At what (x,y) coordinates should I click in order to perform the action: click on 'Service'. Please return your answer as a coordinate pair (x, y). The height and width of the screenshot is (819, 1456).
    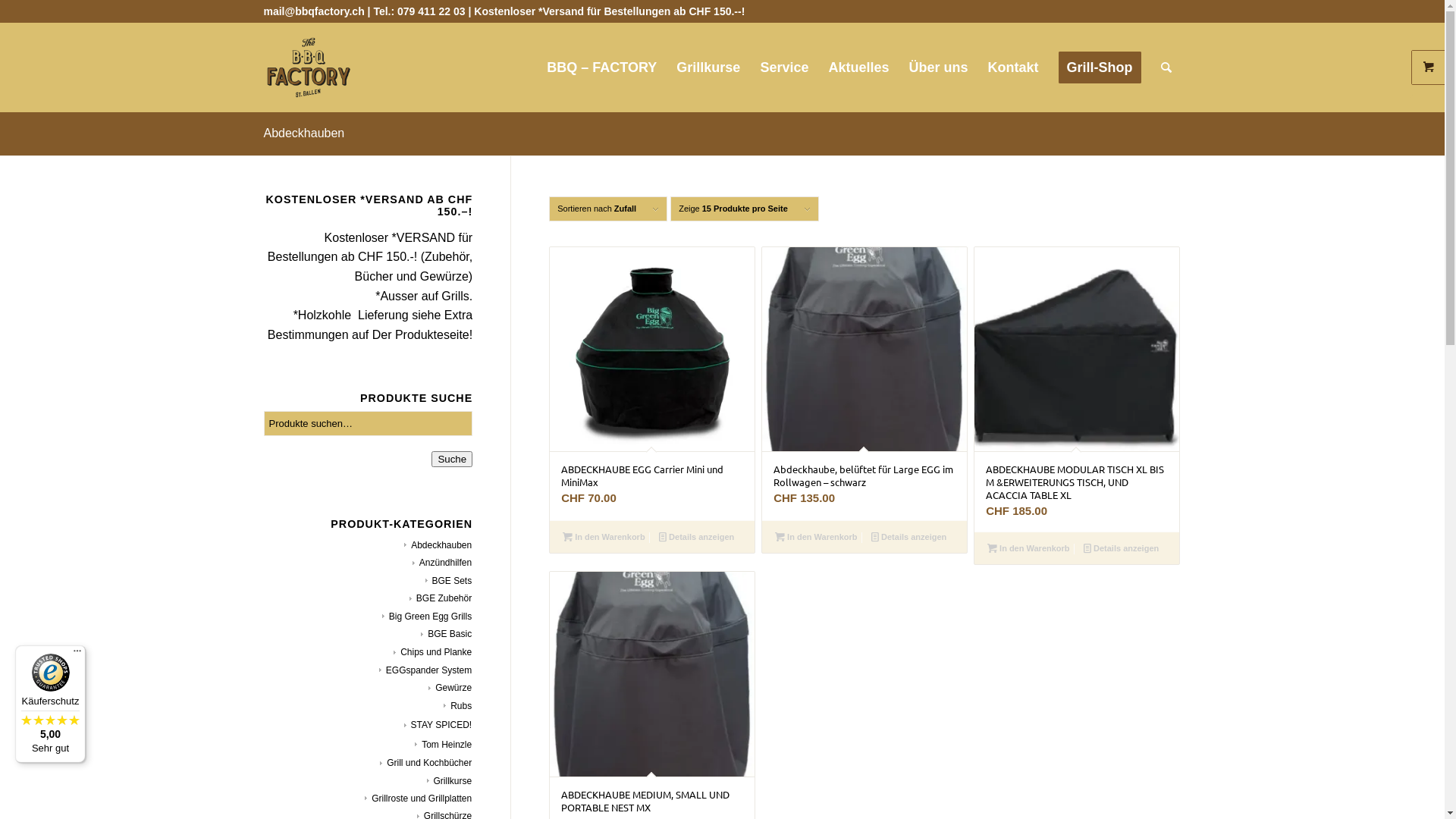
    Looking at the image, I should click on (783, 66).